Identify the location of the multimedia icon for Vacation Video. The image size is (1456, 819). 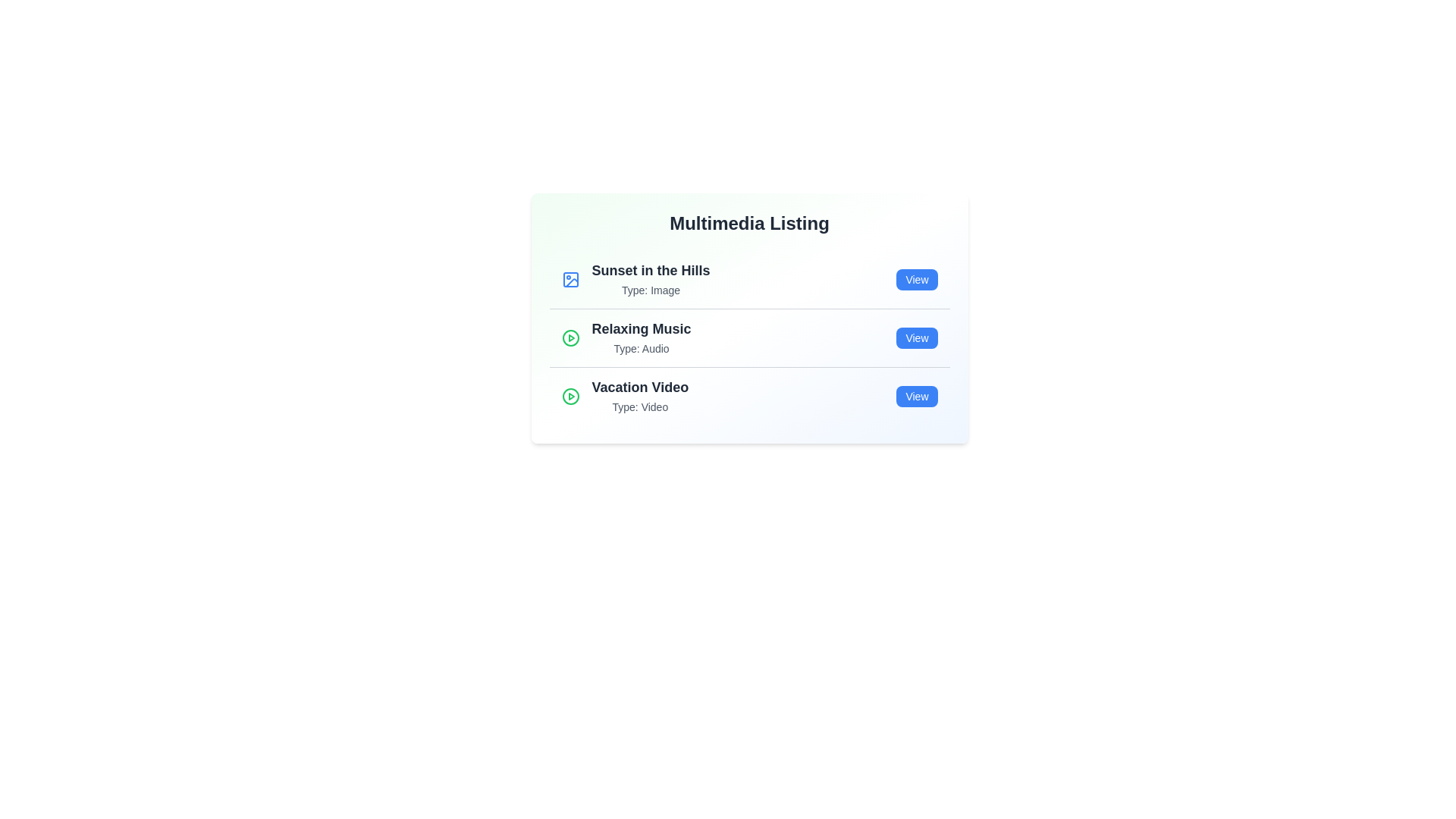
(570, 396).